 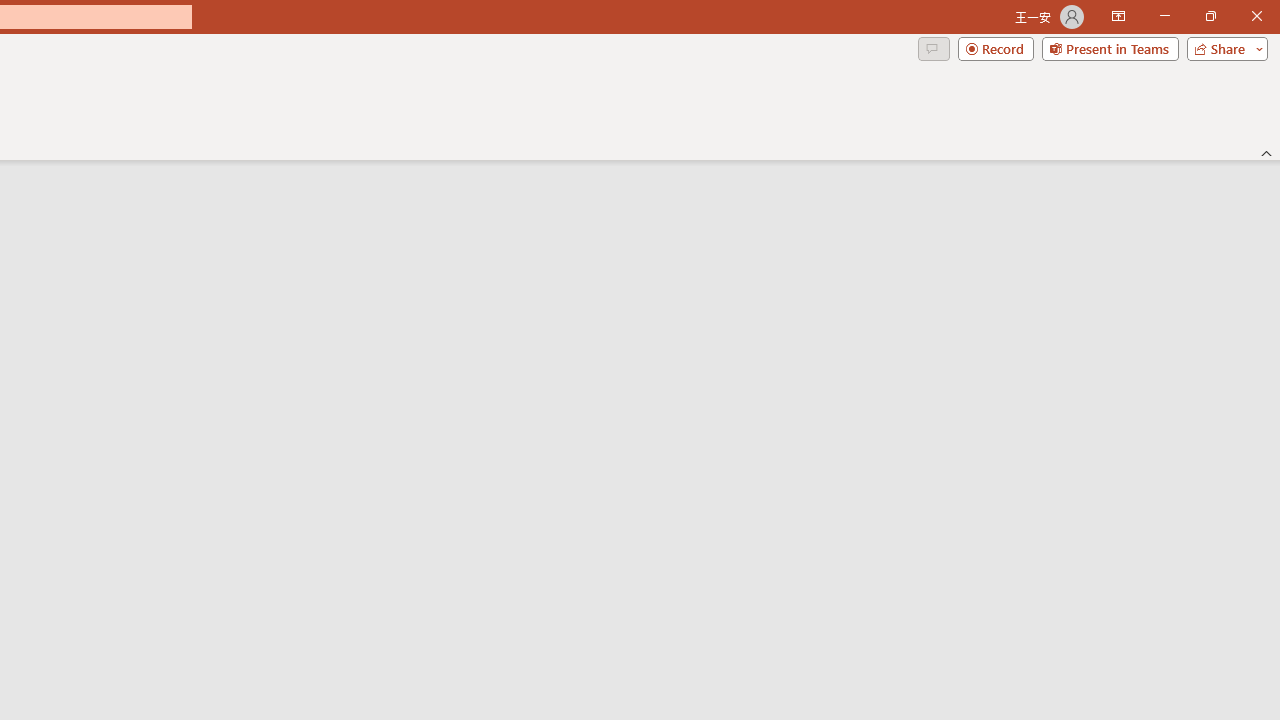 I want to click on 'Close', so click(x=1255, y=16).